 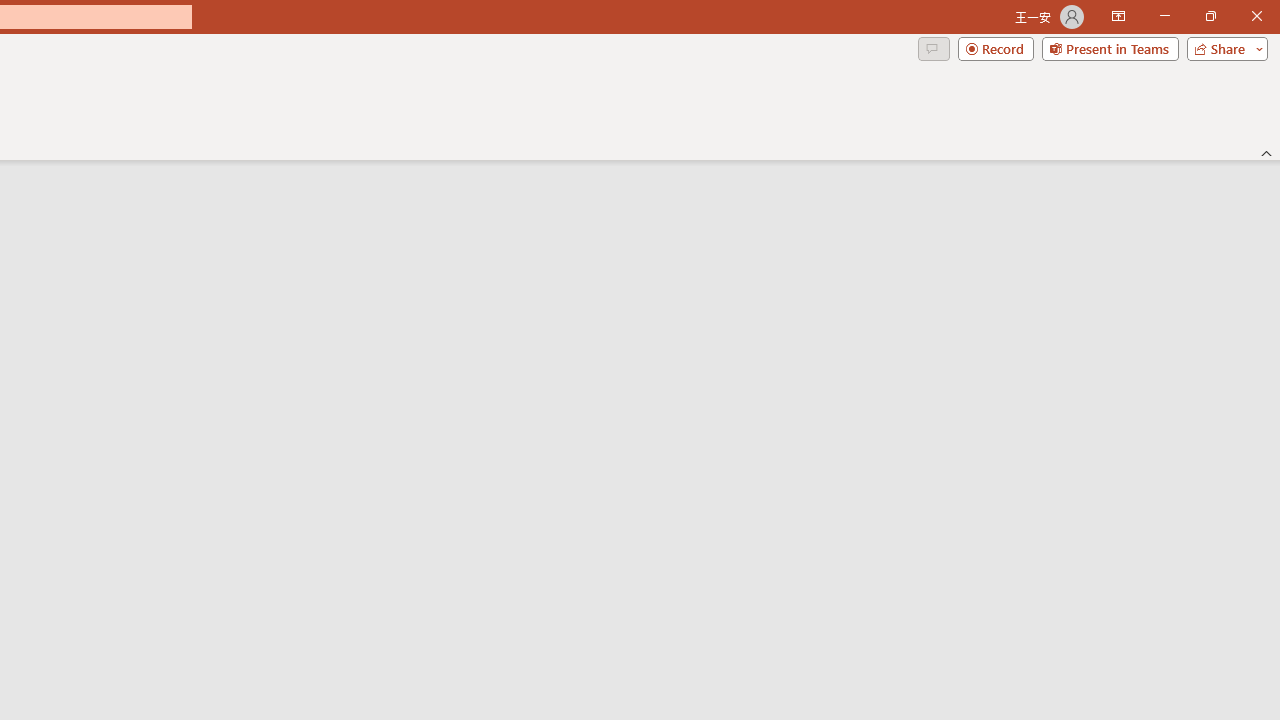 I want to click on 'Close', so click(x=1255, y=16).